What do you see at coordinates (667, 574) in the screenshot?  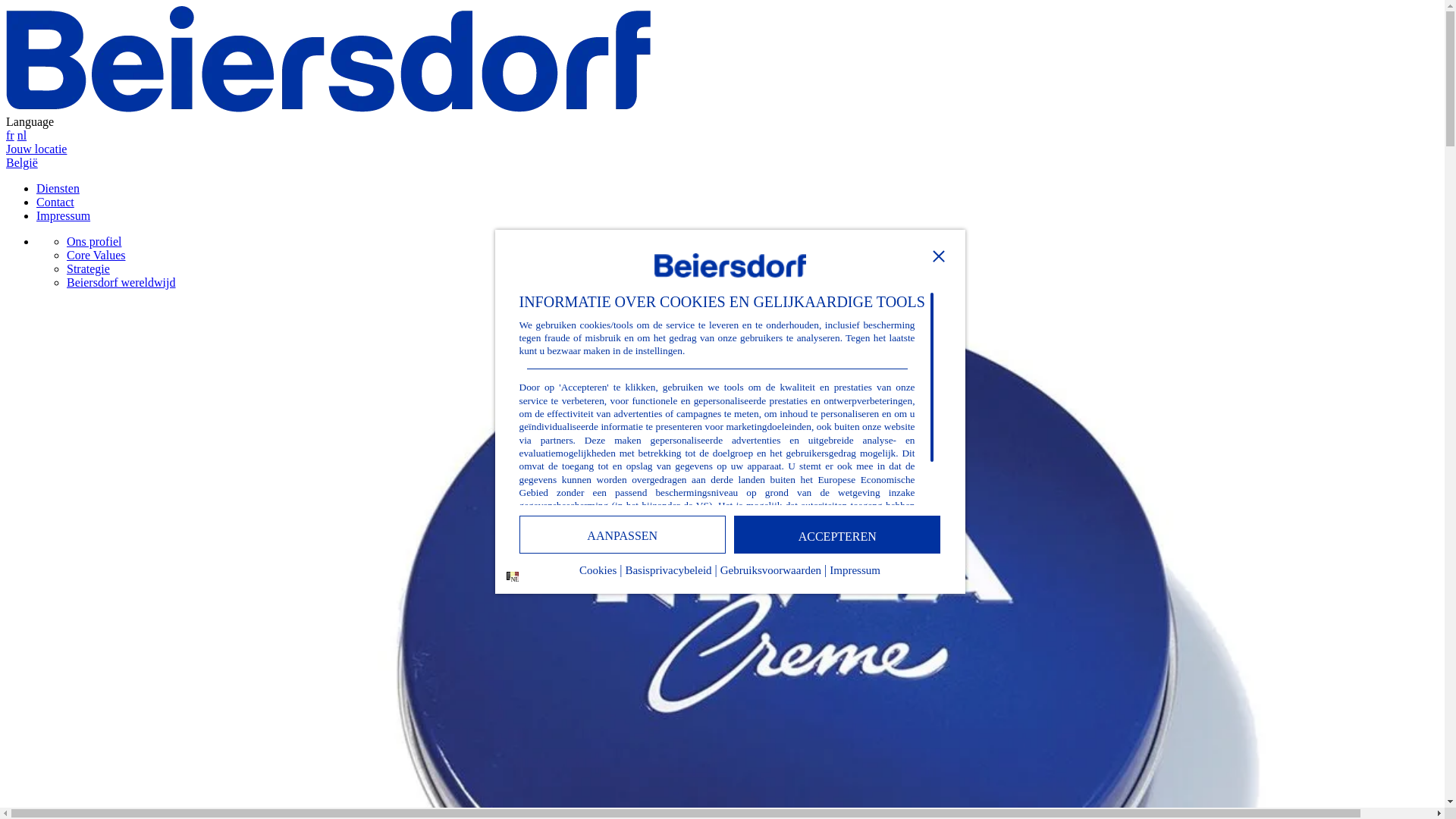 I see `'Basisprivacybeleid'` at bounding box center [667, 574].